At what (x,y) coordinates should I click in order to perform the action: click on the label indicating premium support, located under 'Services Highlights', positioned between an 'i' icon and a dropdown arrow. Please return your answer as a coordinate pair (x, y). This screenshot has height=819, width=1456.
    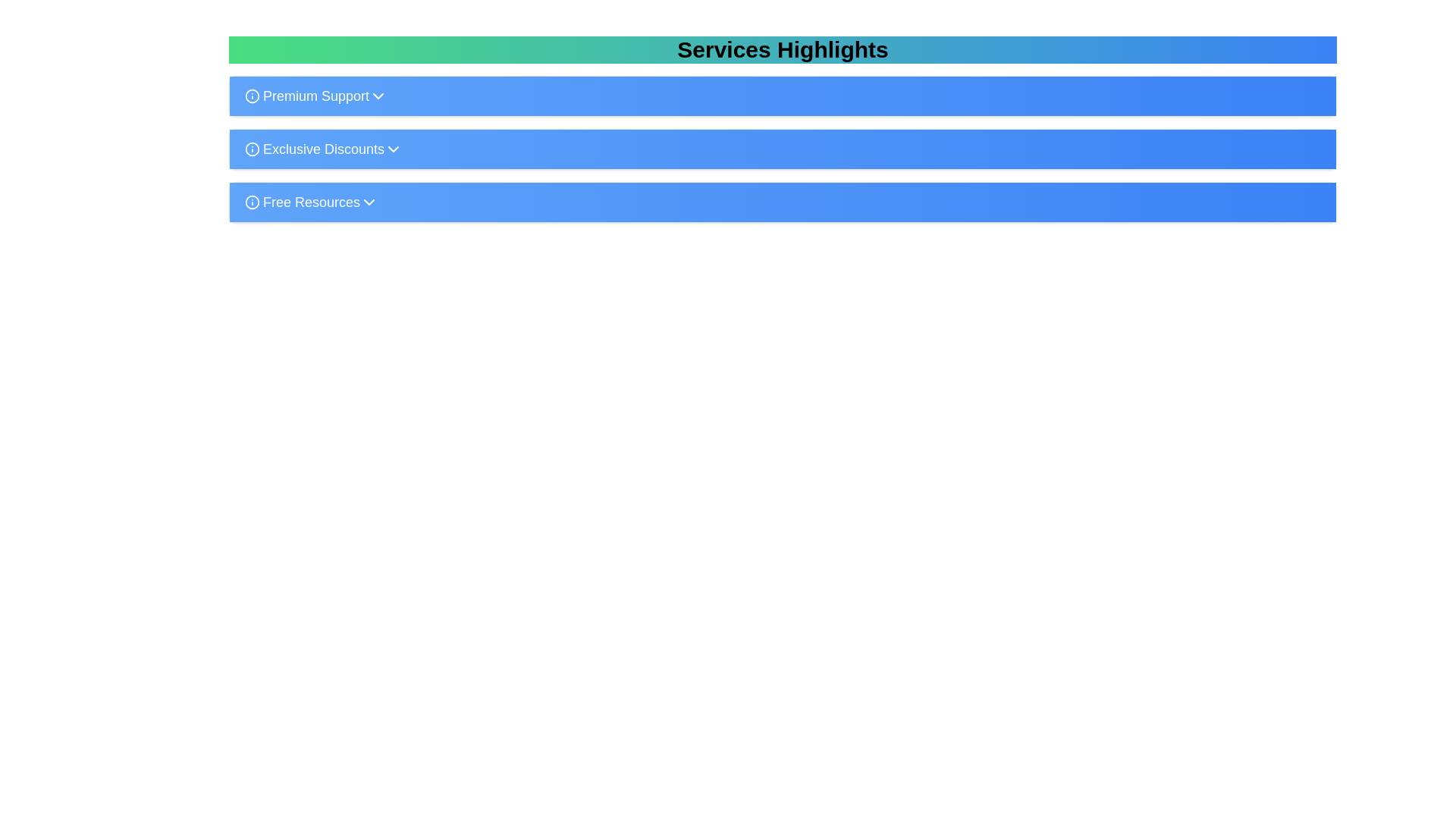
    Looking at the image, I should click on (315, 96).